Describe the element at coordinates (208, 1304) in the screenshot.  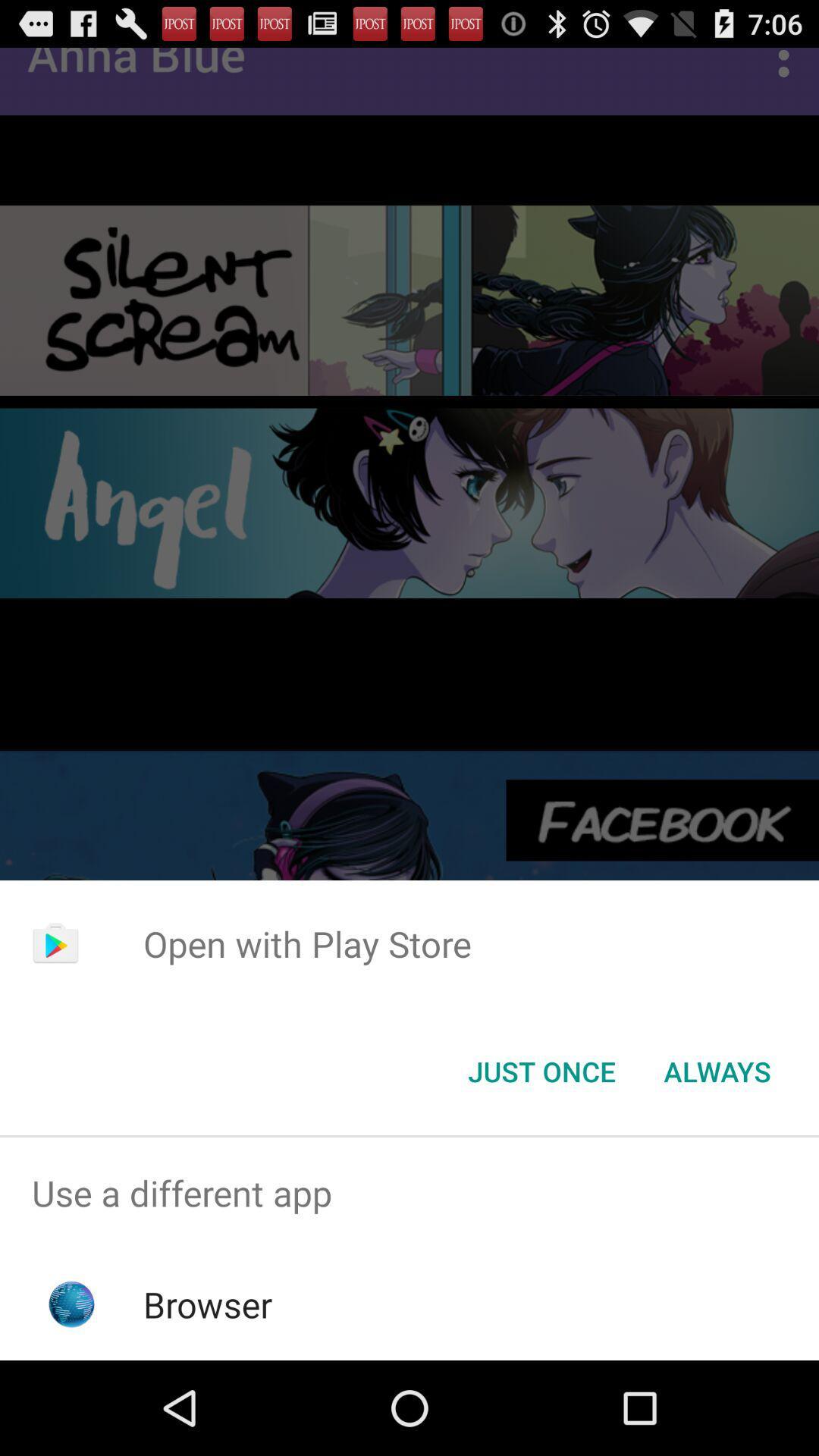
I see `the icon below use a different app` at that location.